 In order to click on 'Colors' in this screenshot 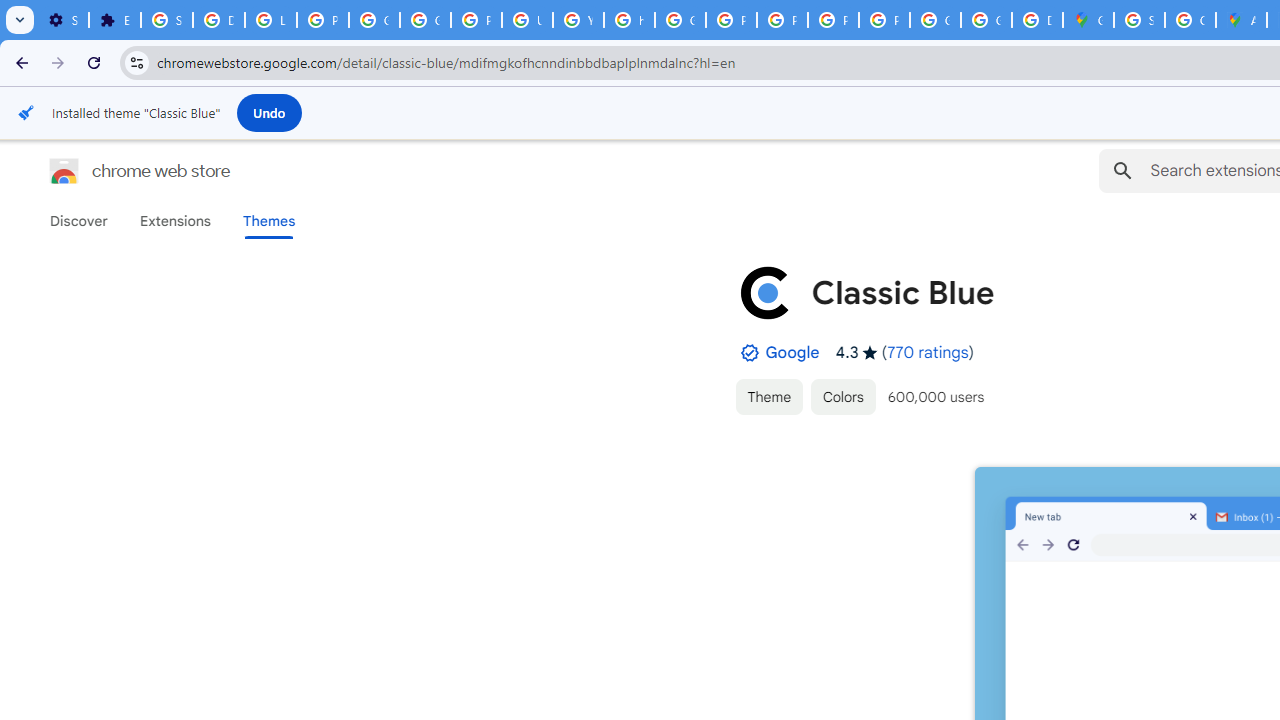, I will do `click(843, 396)`.